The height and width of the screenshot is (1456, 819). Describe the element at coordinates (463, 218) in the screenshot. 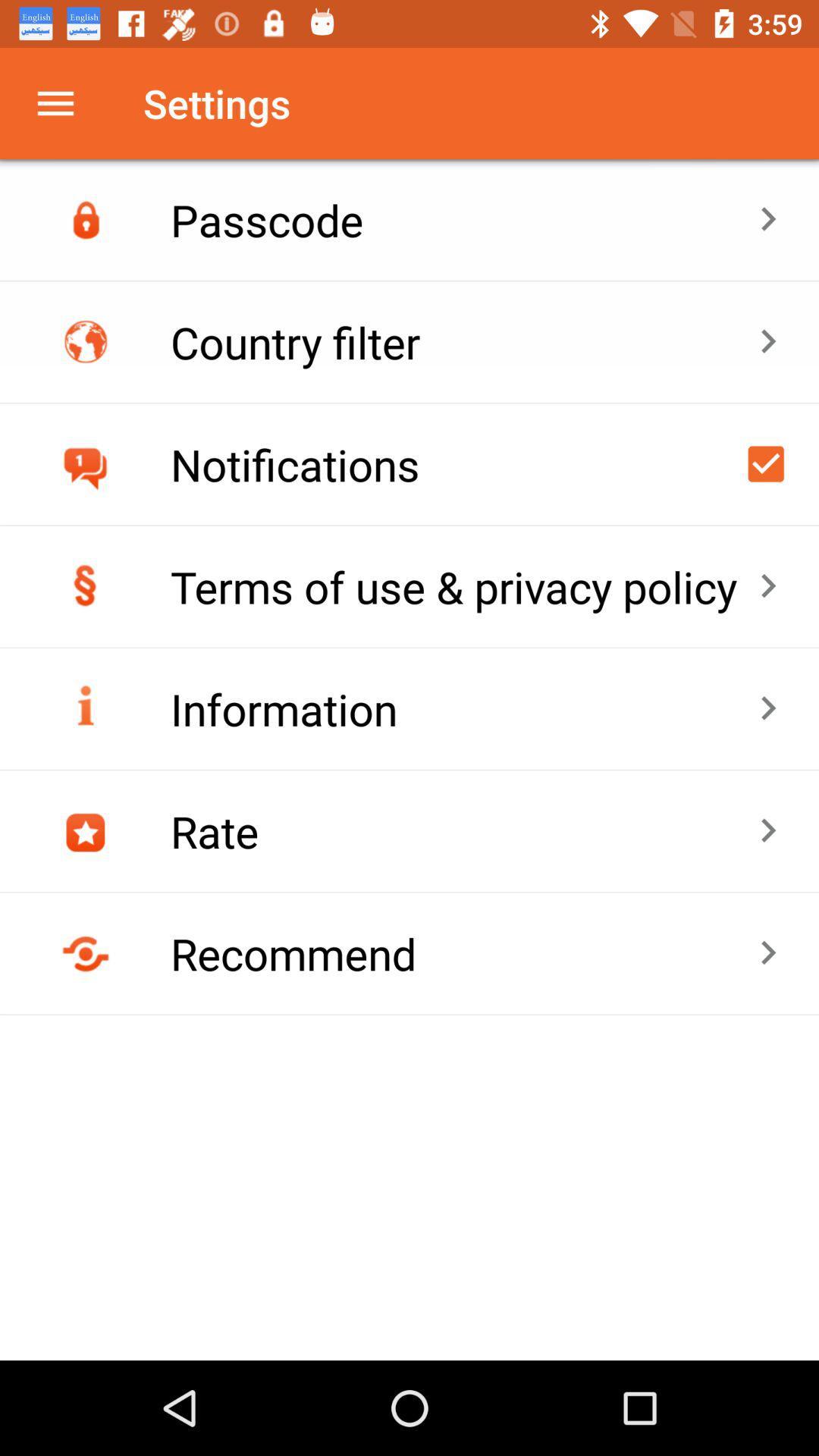

I see `the icon below settings item` at that location.